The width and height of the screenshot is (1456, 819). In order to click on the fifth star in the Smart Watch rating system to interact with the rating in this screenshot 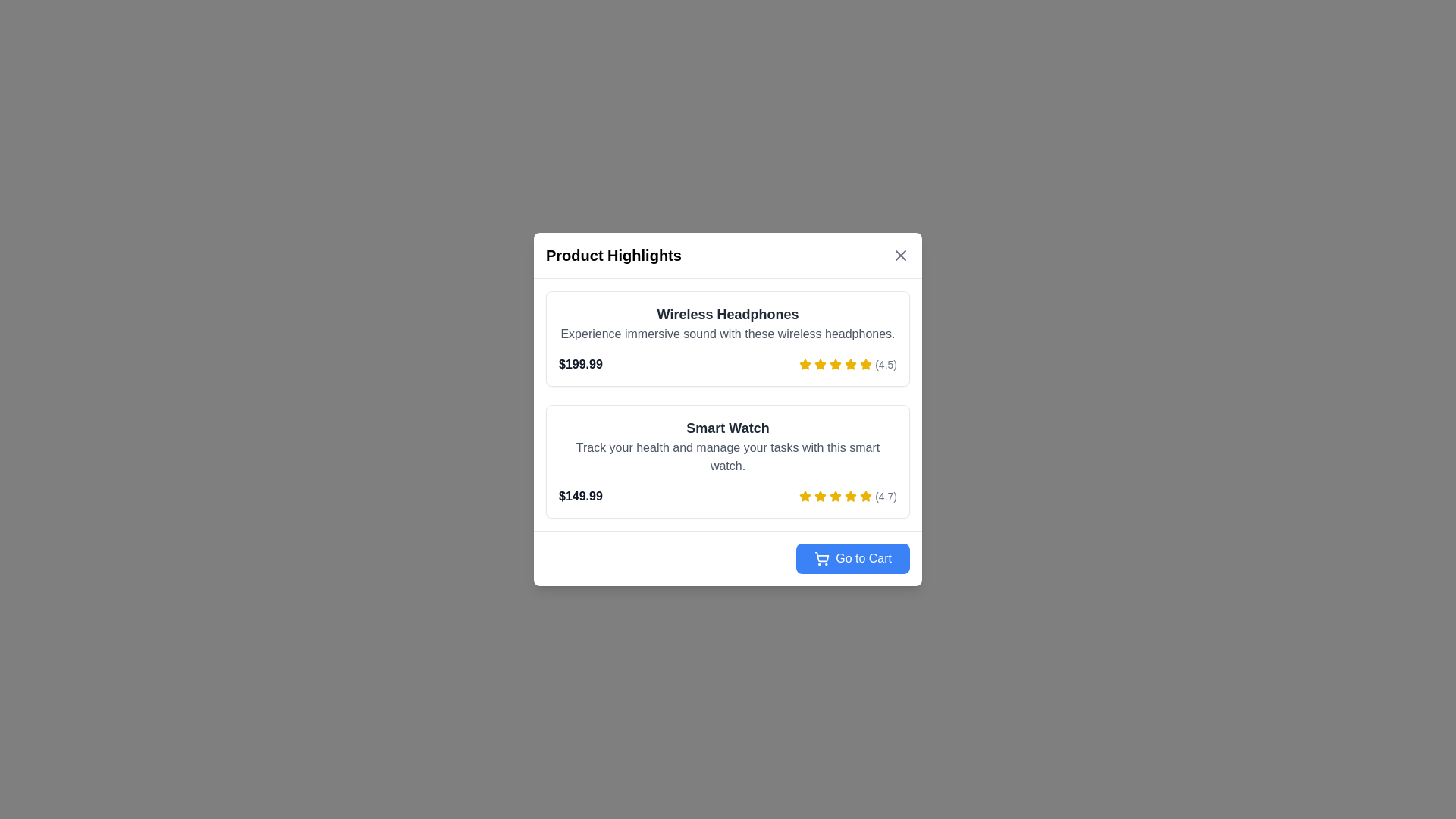, I will do `click(866, 496)`.